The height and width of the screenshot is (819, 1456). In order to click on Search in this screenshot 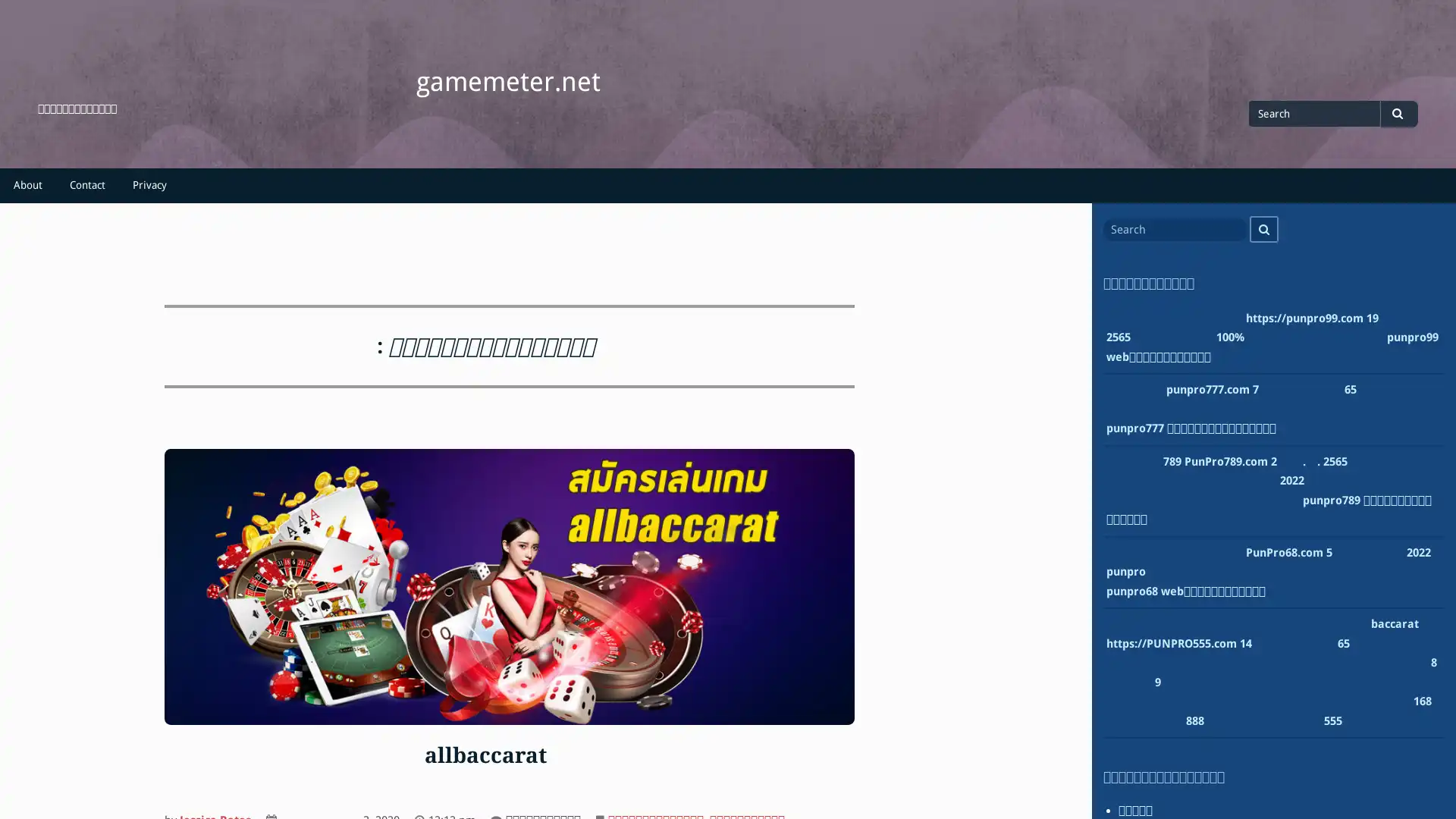, I will do `click(1398, 113)`.